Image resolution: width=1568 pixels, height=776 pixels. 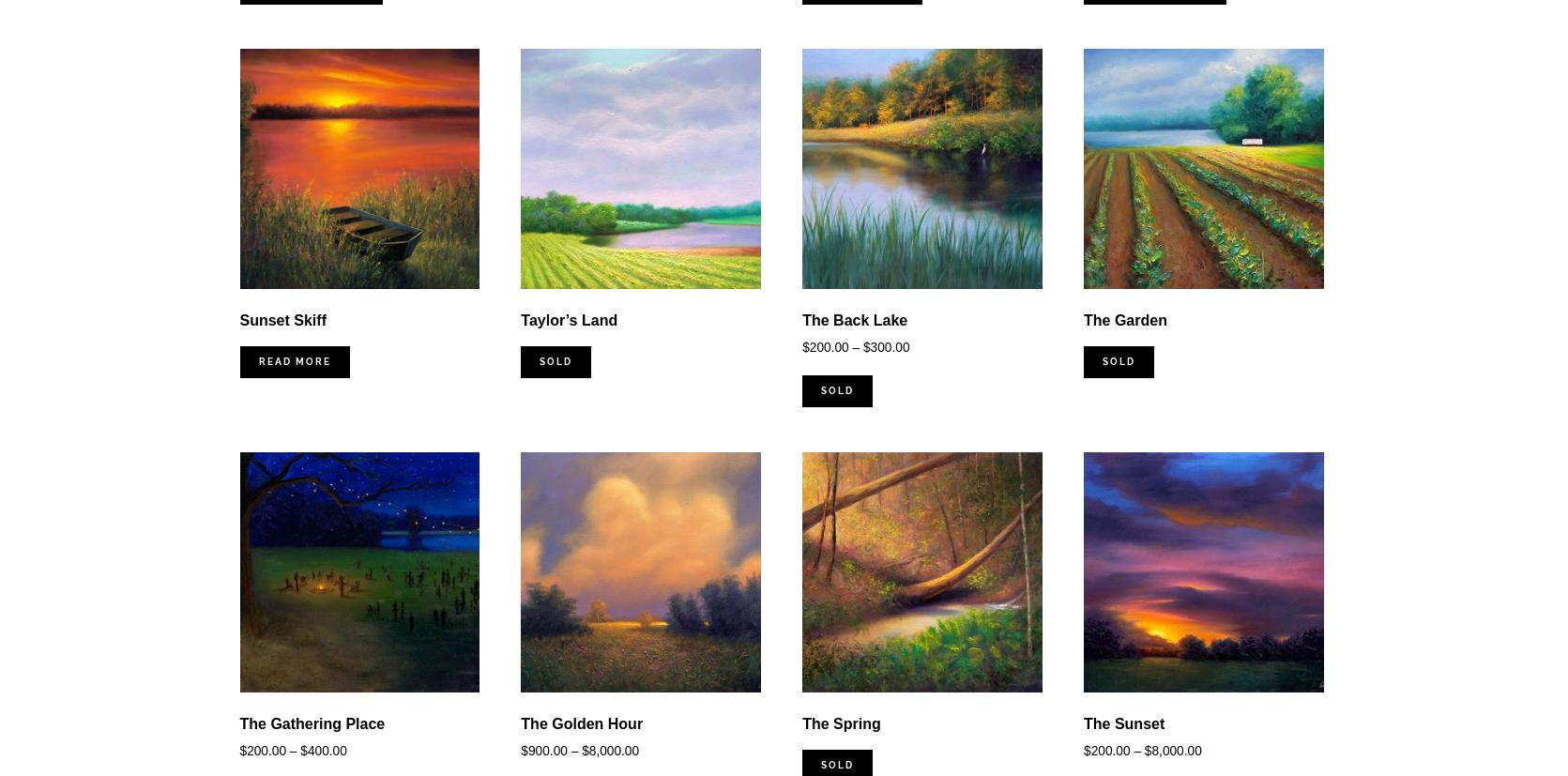 What do you see at coordinates (311, 723) in the screenshot?
I see `'The Gathering Place'` at bounding box center [311, 723].